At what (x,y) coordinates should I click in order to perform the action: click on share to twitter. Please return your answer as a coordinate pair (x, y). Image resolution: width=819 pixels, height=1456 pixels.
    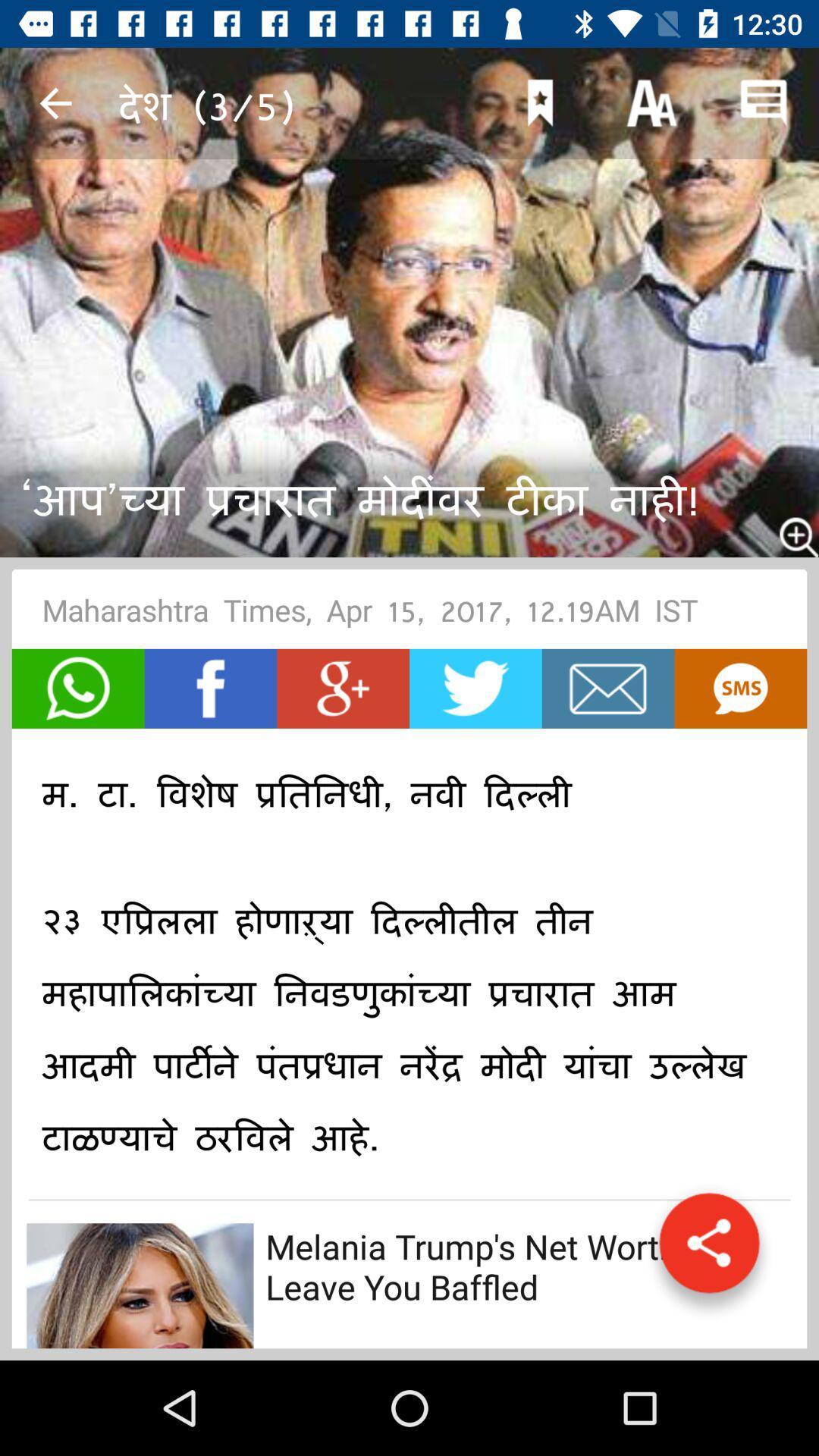
    Looking at the image, I should click on (475, 688).